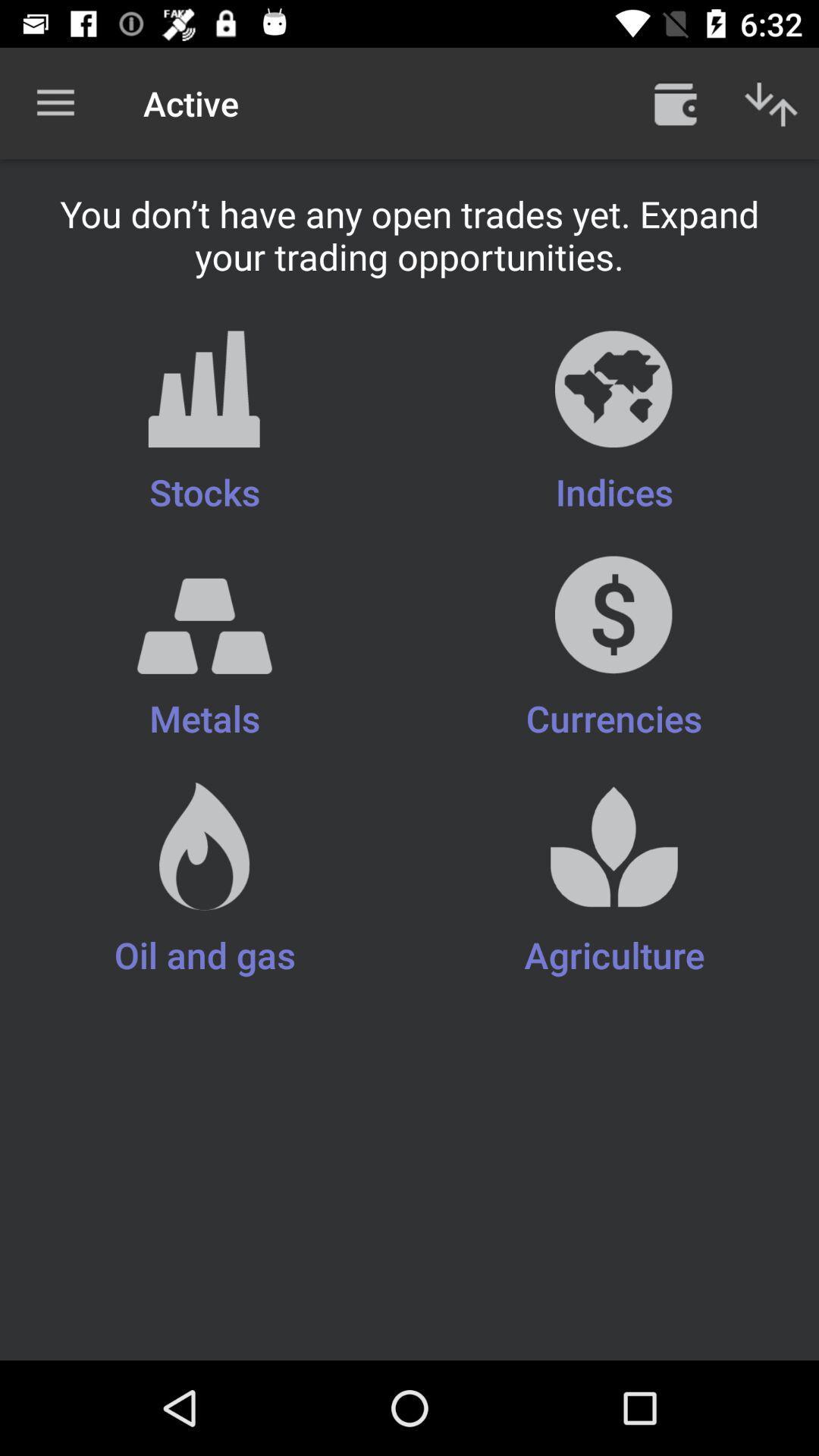 The image size is (819, 1456). I want to click on the icon to the left of currencies item, so click(205, 661).